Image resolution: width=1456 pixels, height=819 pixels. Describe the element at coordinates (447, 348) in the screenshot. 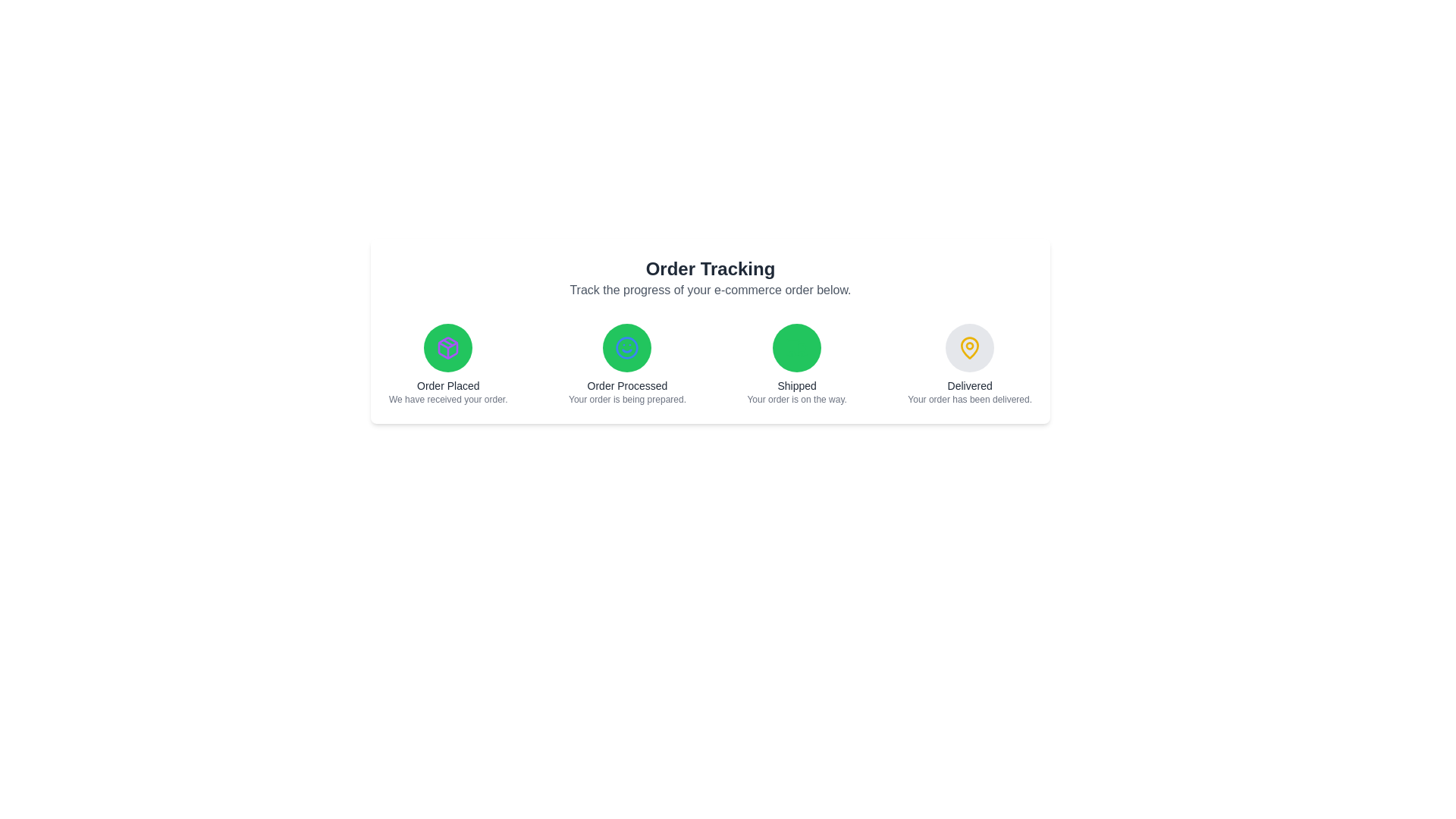

I see `the icon with a circular green background and a purple package icon, which is part of the 'Order Placed' section` at that location.